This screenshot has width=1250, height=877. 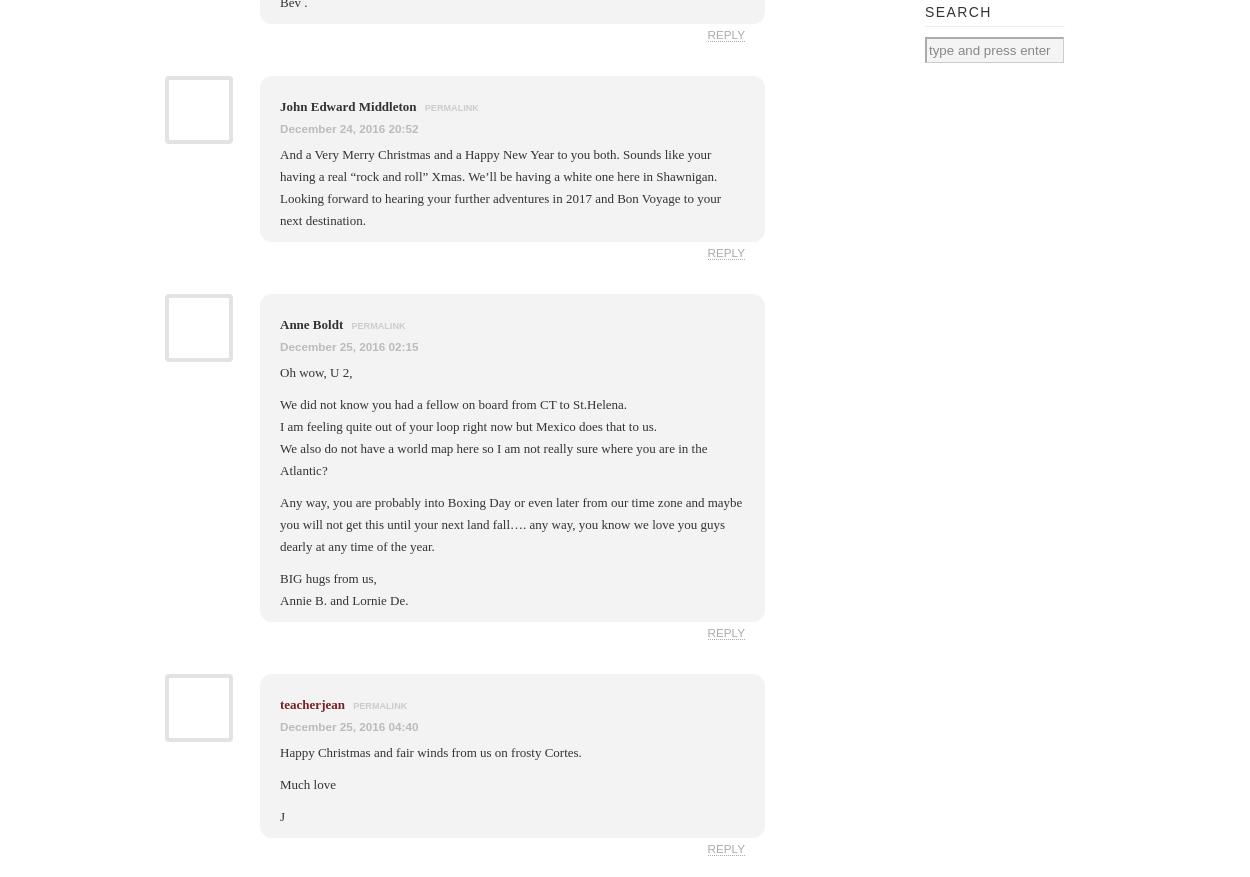 What do you see at coordinates (282, 815) in the screenshot?
I see `'J'` at bounding box center [282, 815].